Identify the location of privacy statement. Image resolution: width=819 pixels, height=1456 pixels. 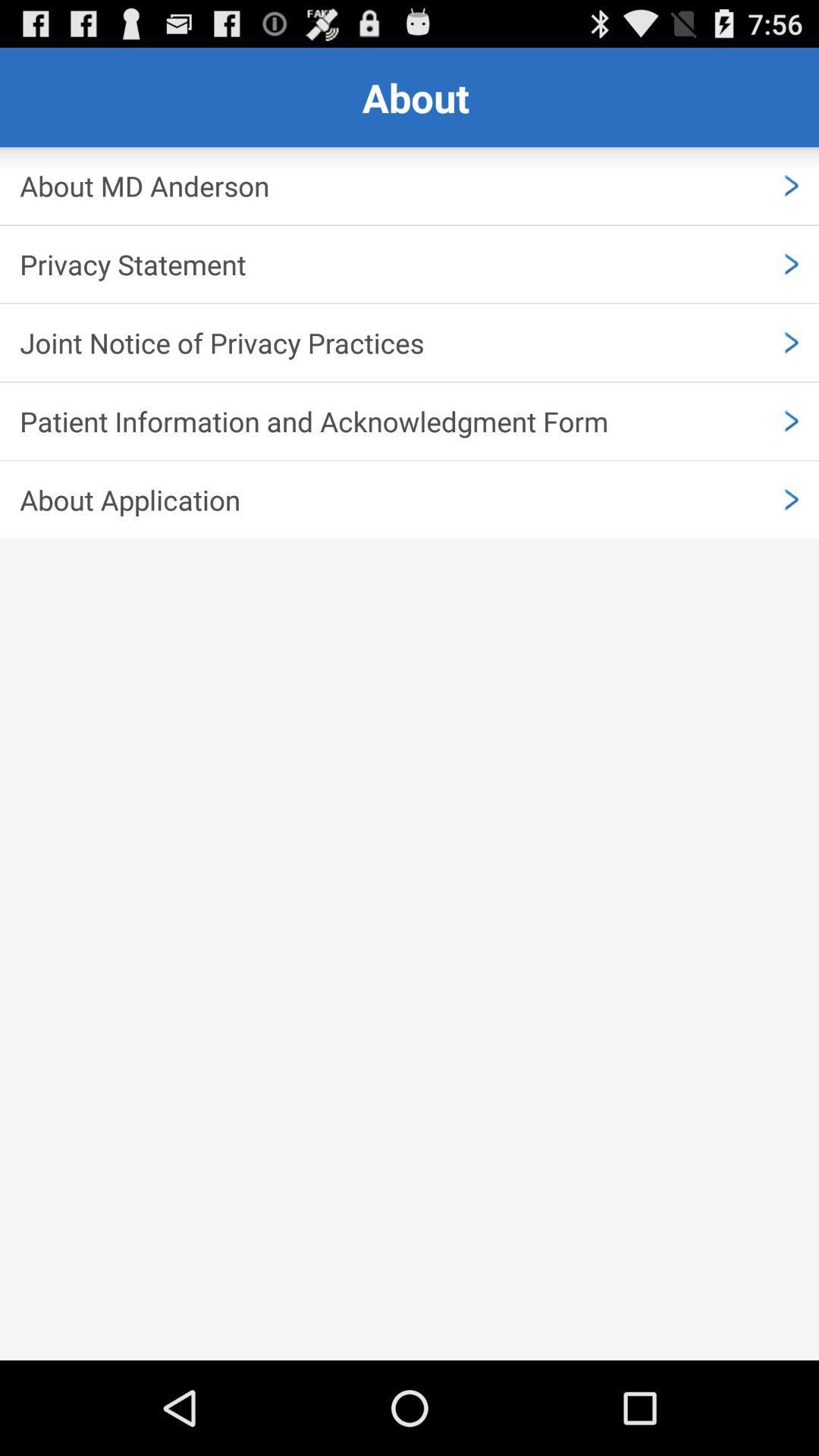
(409, 264).